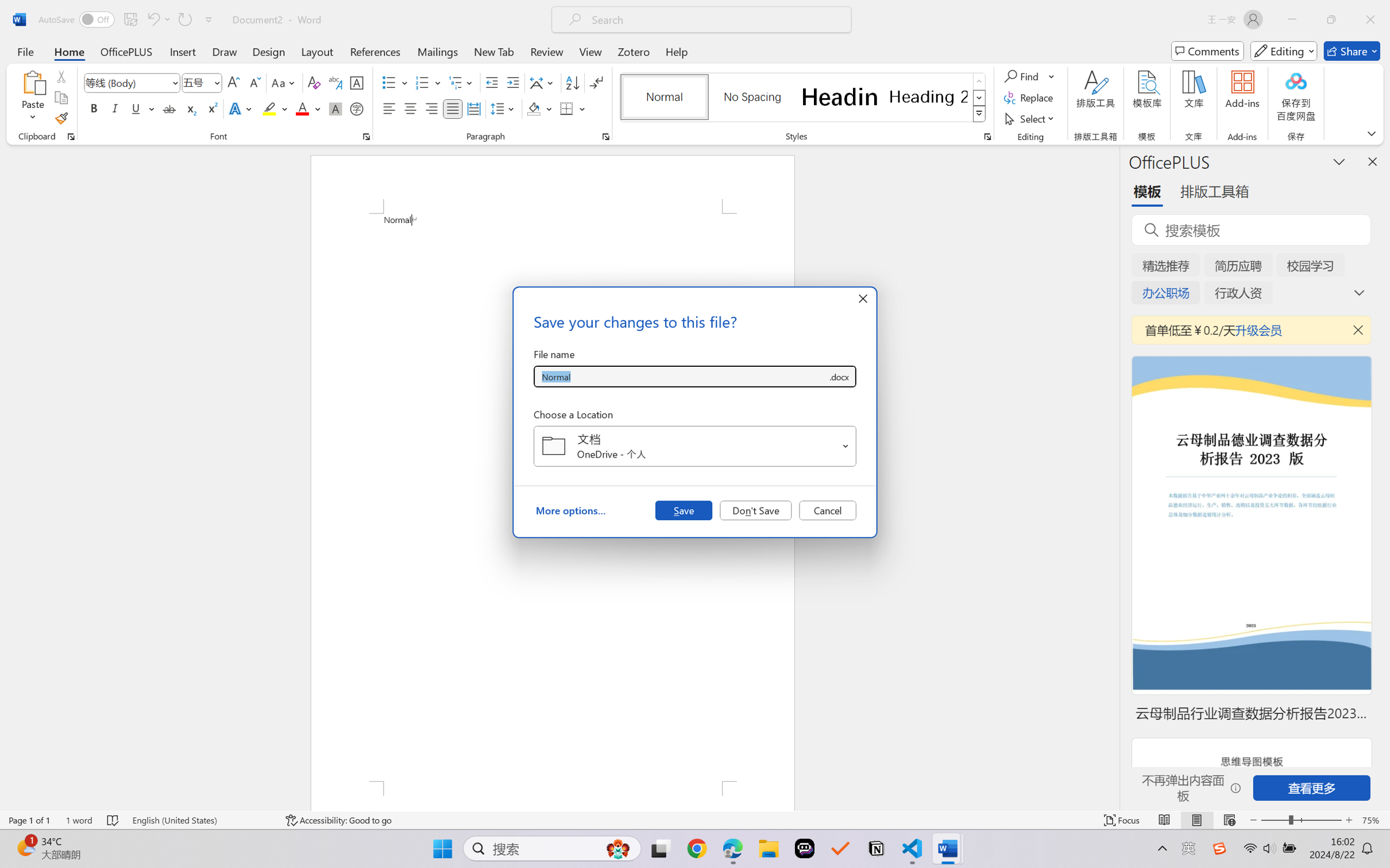 The image size is (1390, 868). What do you see at coordinates (196, 83) in the screenshot?
I see `'Font Size'` at bounding box center [196, 83].